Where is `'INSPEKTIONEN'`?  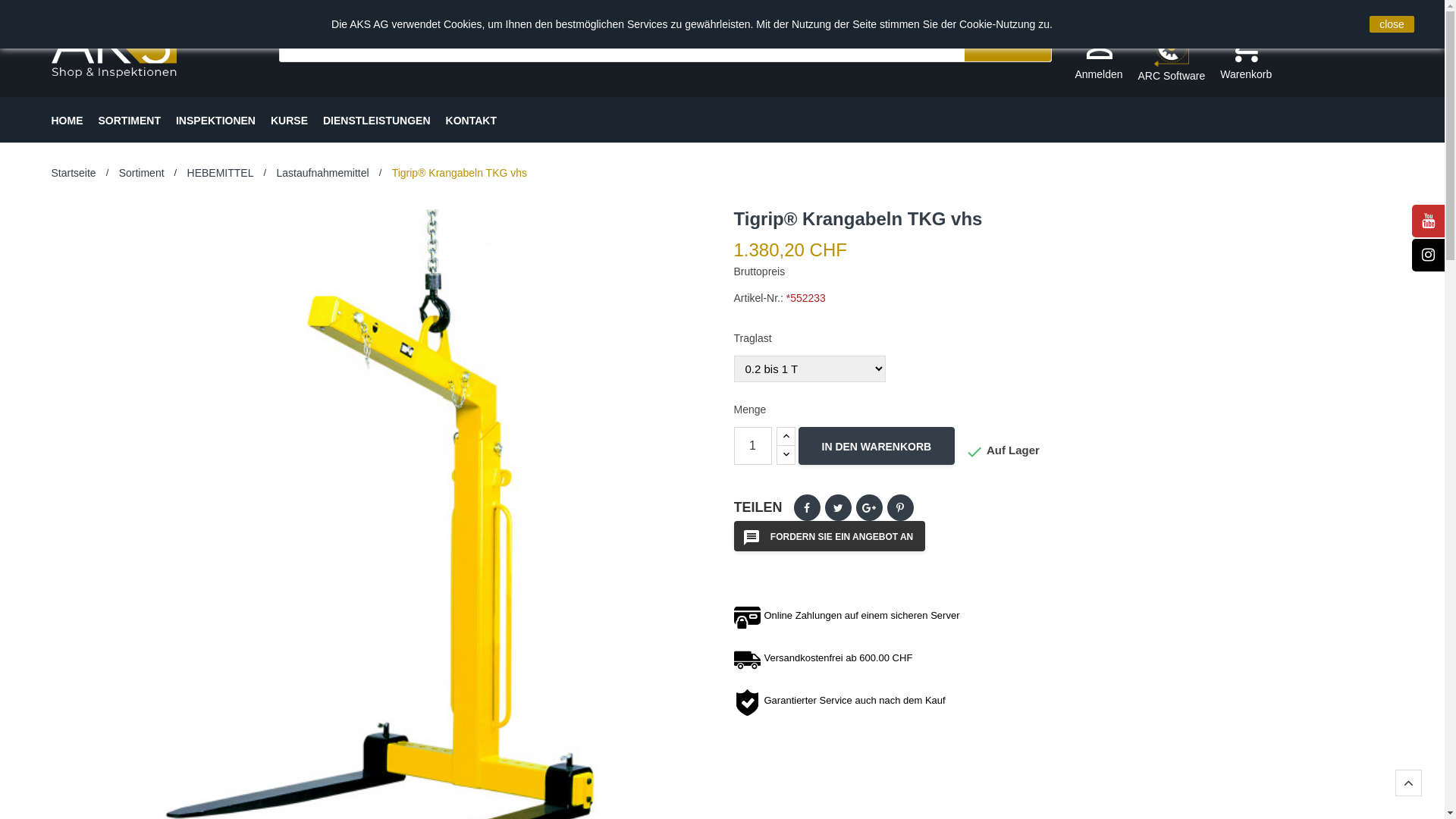 'INSPEKTIONEN' is located at coordinates (215, 119).